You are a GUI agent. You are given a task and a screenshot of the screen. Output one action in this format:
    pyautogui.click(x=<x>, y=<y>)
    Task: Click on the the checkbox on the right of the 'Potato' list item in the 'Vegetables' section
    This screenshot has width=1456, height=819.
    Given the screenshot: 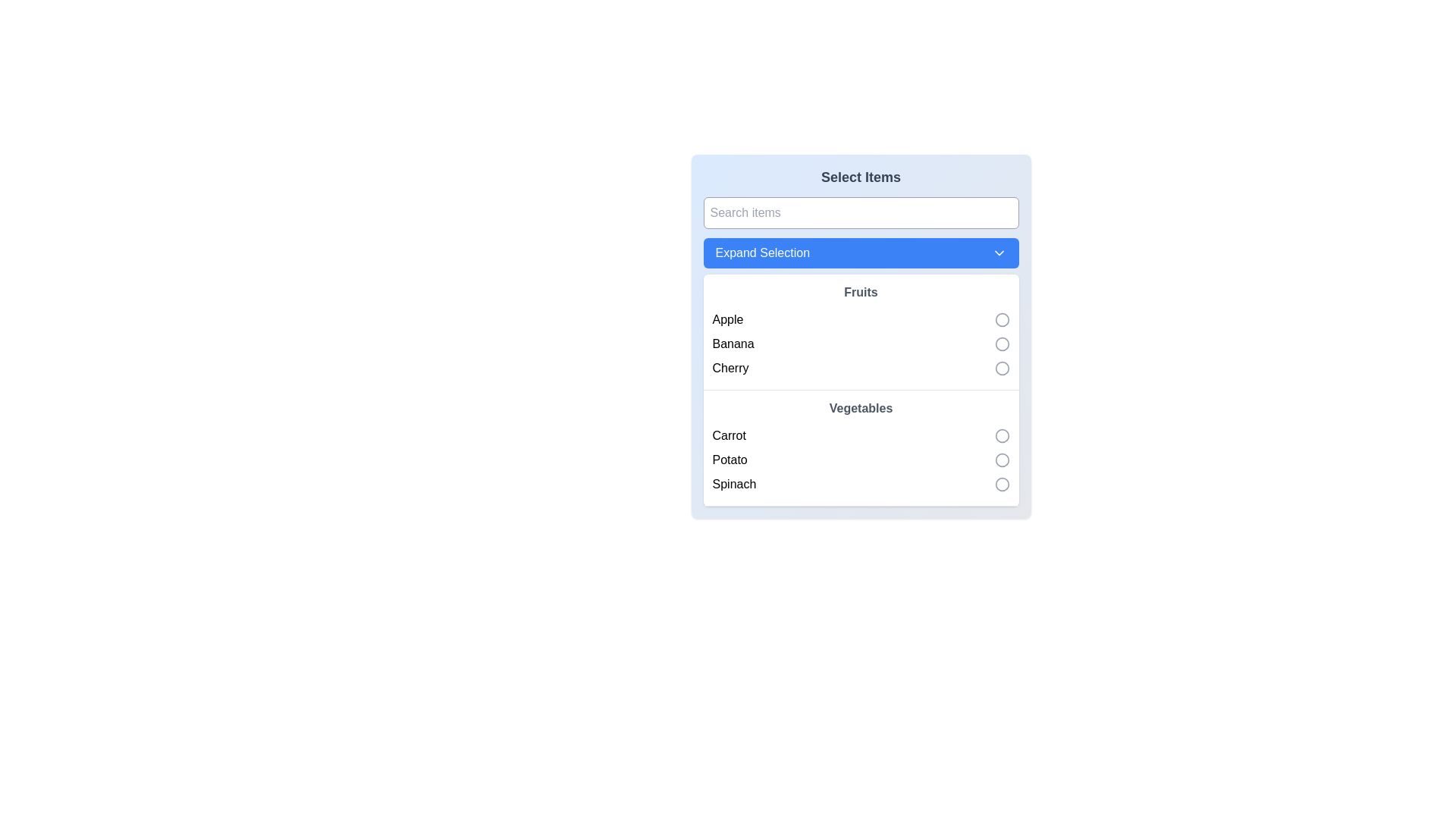 What is the action you would take?
    pyautogui.click(x=861, y=459)
    